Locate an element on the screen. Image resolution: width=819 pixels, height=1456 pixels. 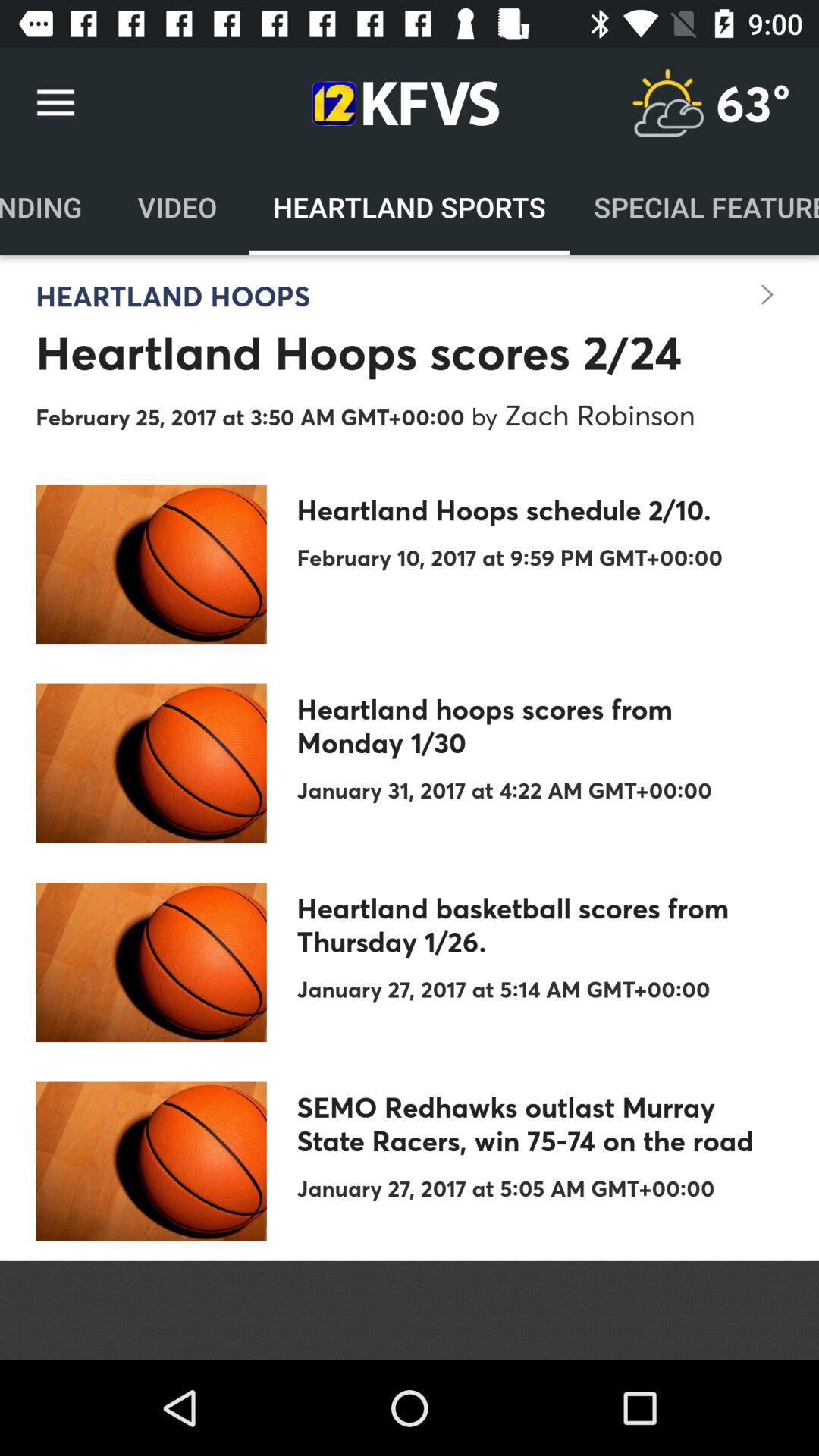
the item above the special features icon is located at coordinates (753, 102).